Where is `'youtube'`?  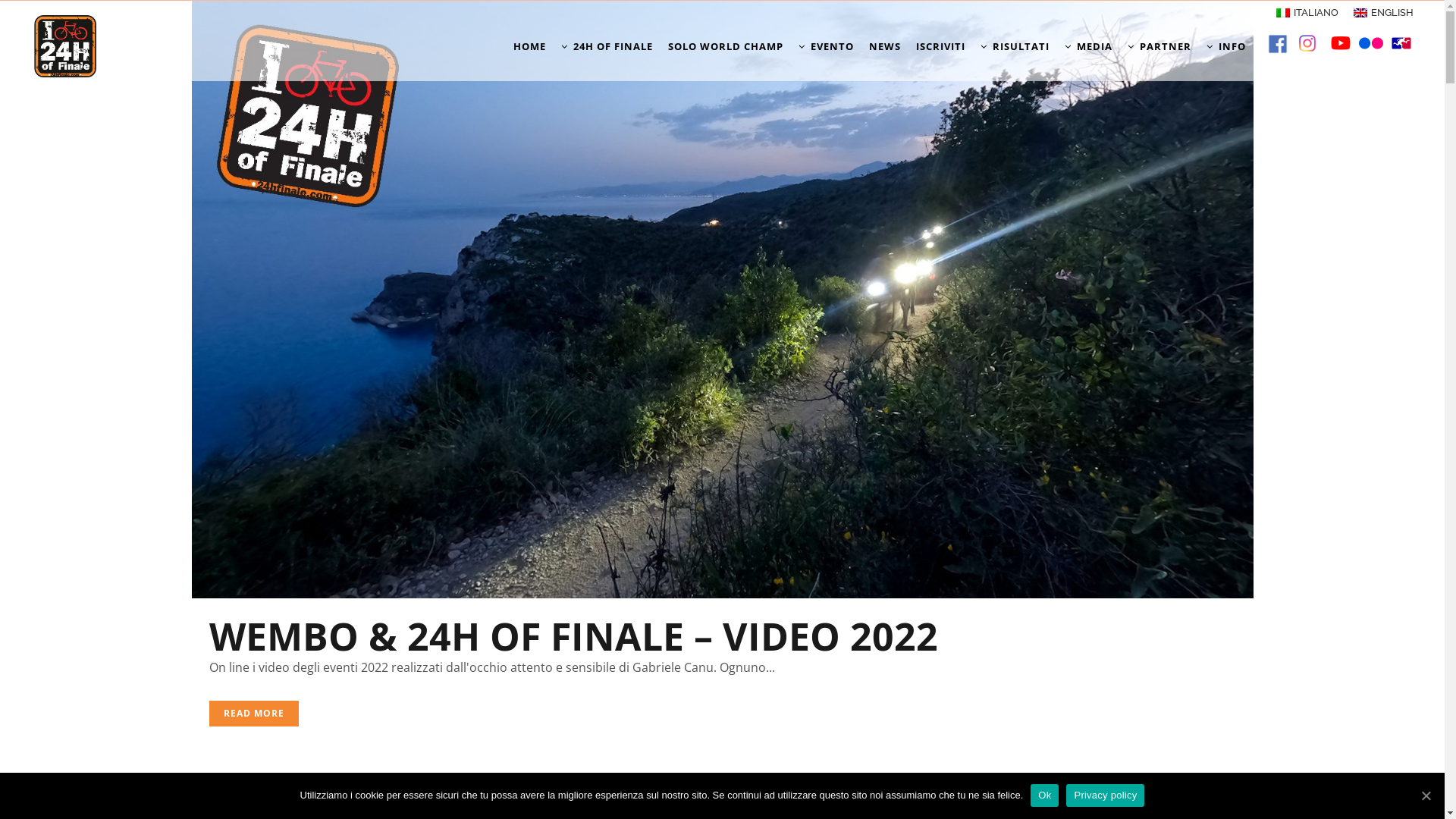
'youtube' is located at coordinates (1340, 42).